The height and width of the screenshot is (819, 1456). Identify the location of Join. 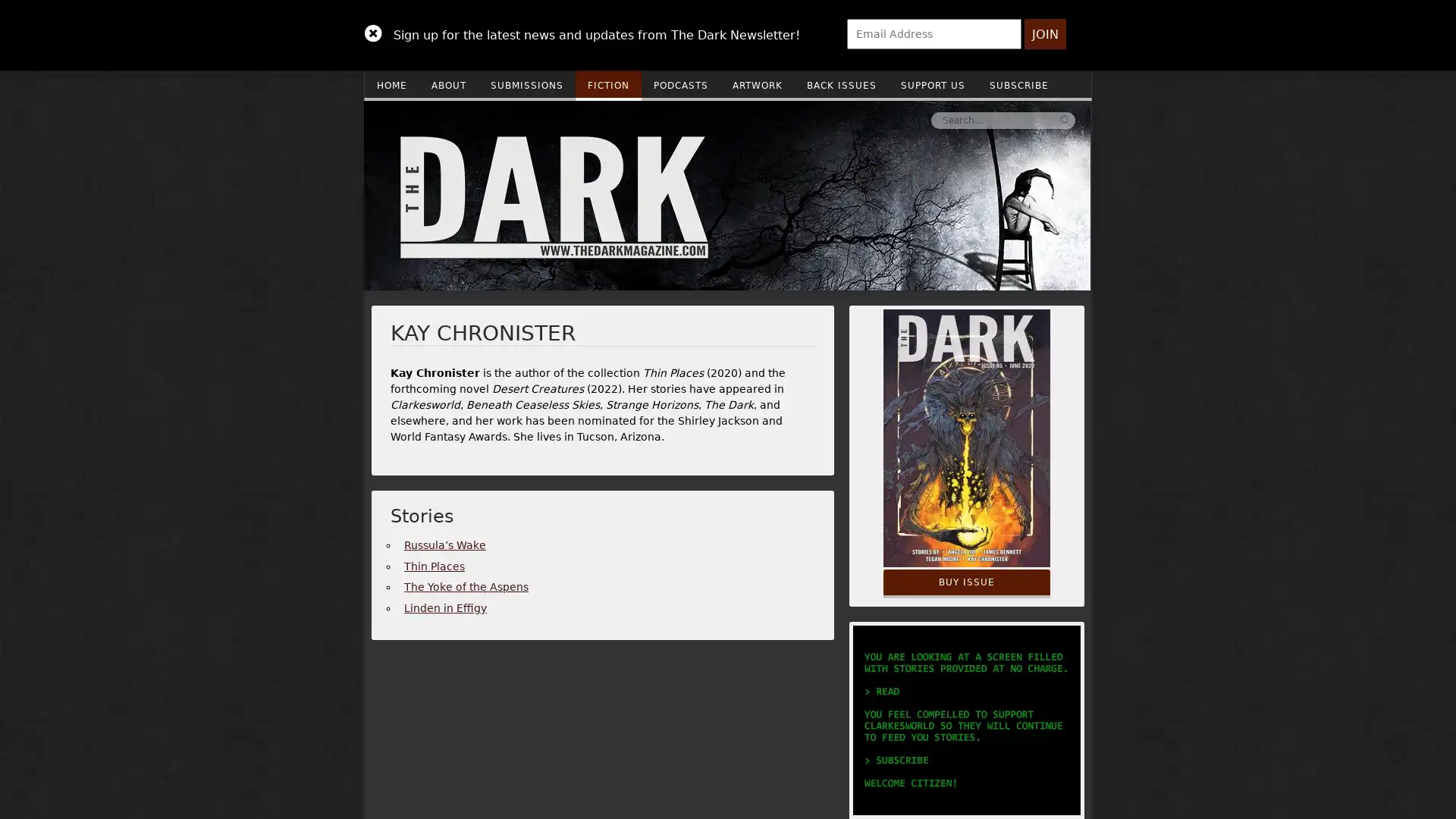
(1044, 34).